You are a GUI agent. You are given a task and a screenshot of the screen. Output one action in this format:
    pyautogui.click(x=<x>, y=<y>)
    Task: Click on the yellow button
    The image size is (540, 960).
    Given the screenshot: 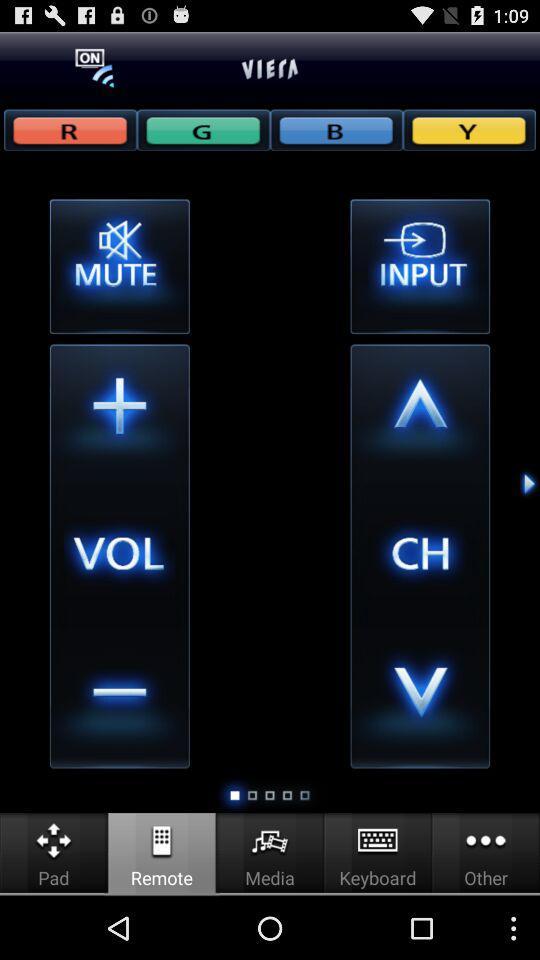 What is the action you would take?
    pyautogui.click(x=469, y=128)
    